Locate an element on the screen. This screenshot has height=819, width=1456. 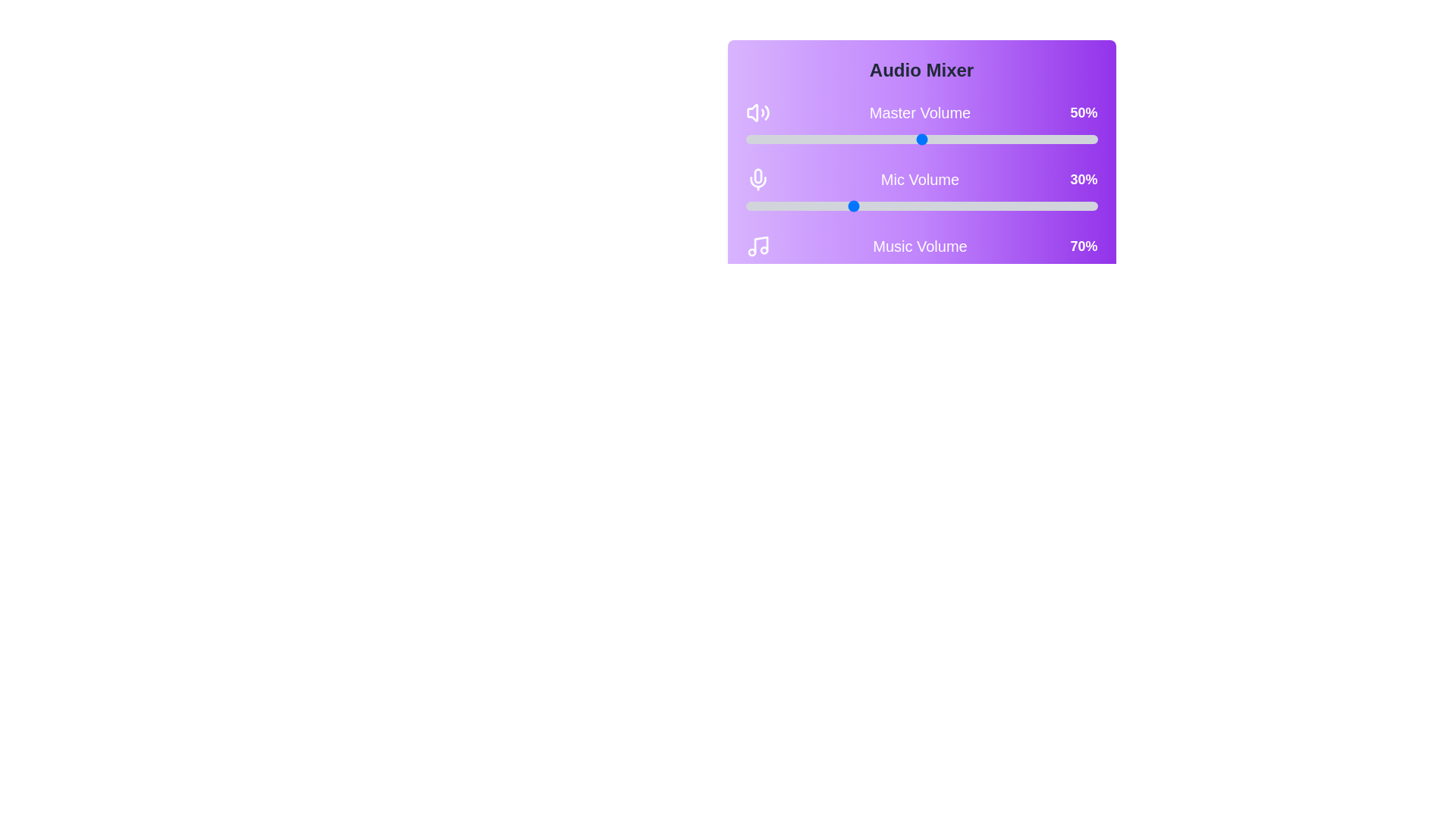
the Master Volume slider is located at coordinates (1013, 140).